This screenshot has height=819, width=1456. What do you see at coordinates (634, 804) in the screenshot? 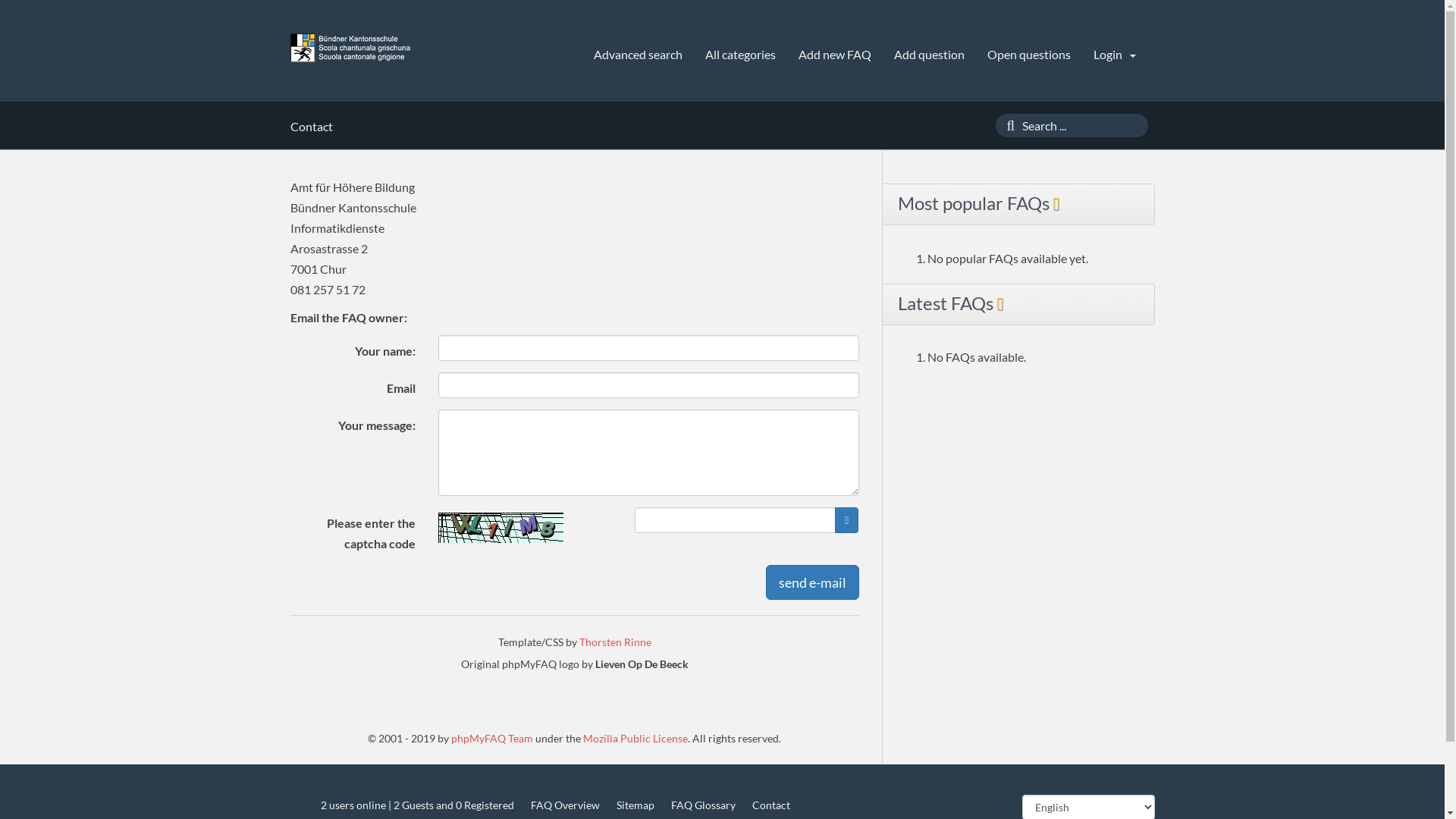
I see `'Sitemap'` at bounding box center [634, 804].